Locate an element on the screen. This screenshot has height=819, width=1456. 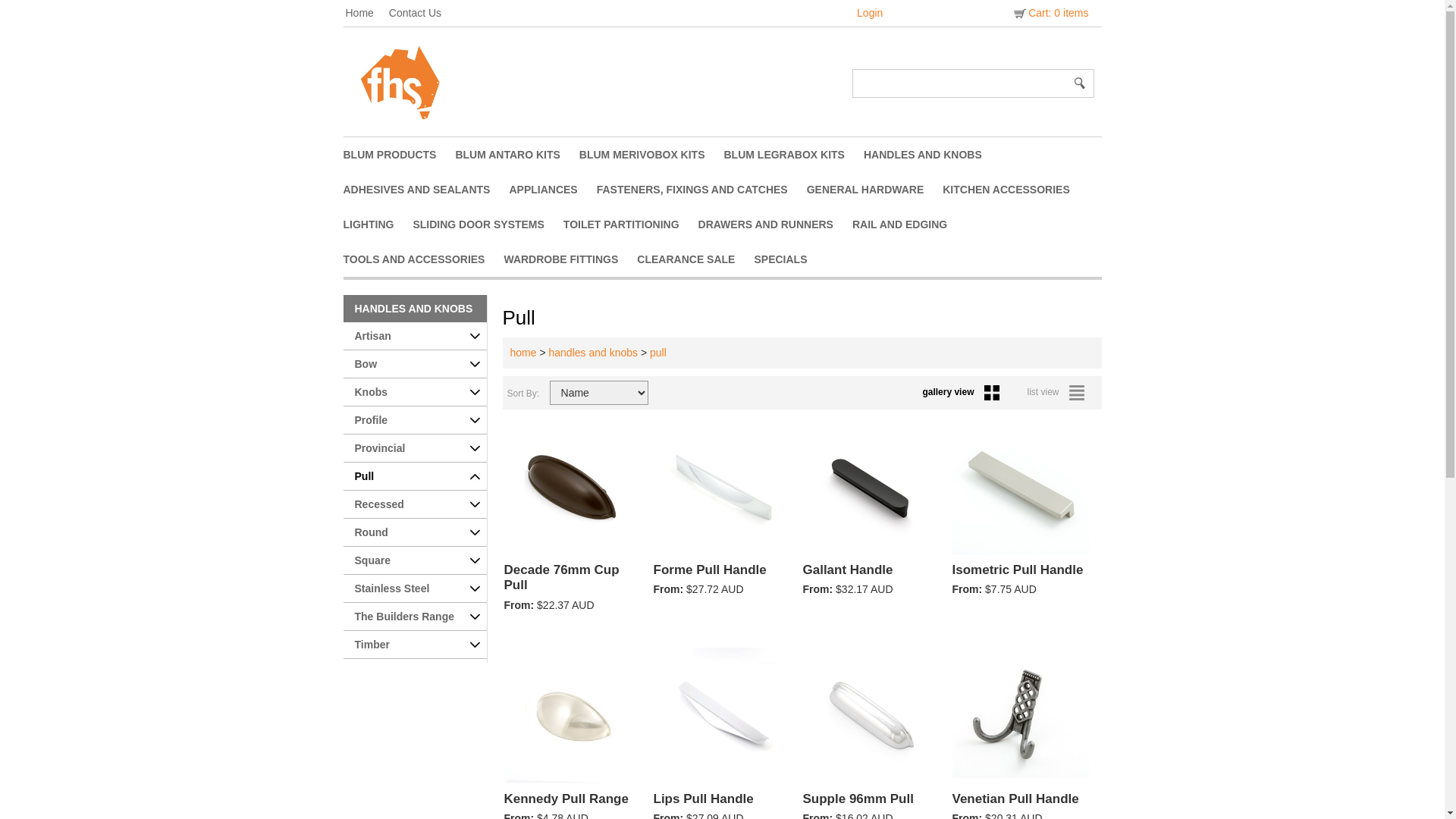
'The Builders Range' is located at coordinates (414, 617).